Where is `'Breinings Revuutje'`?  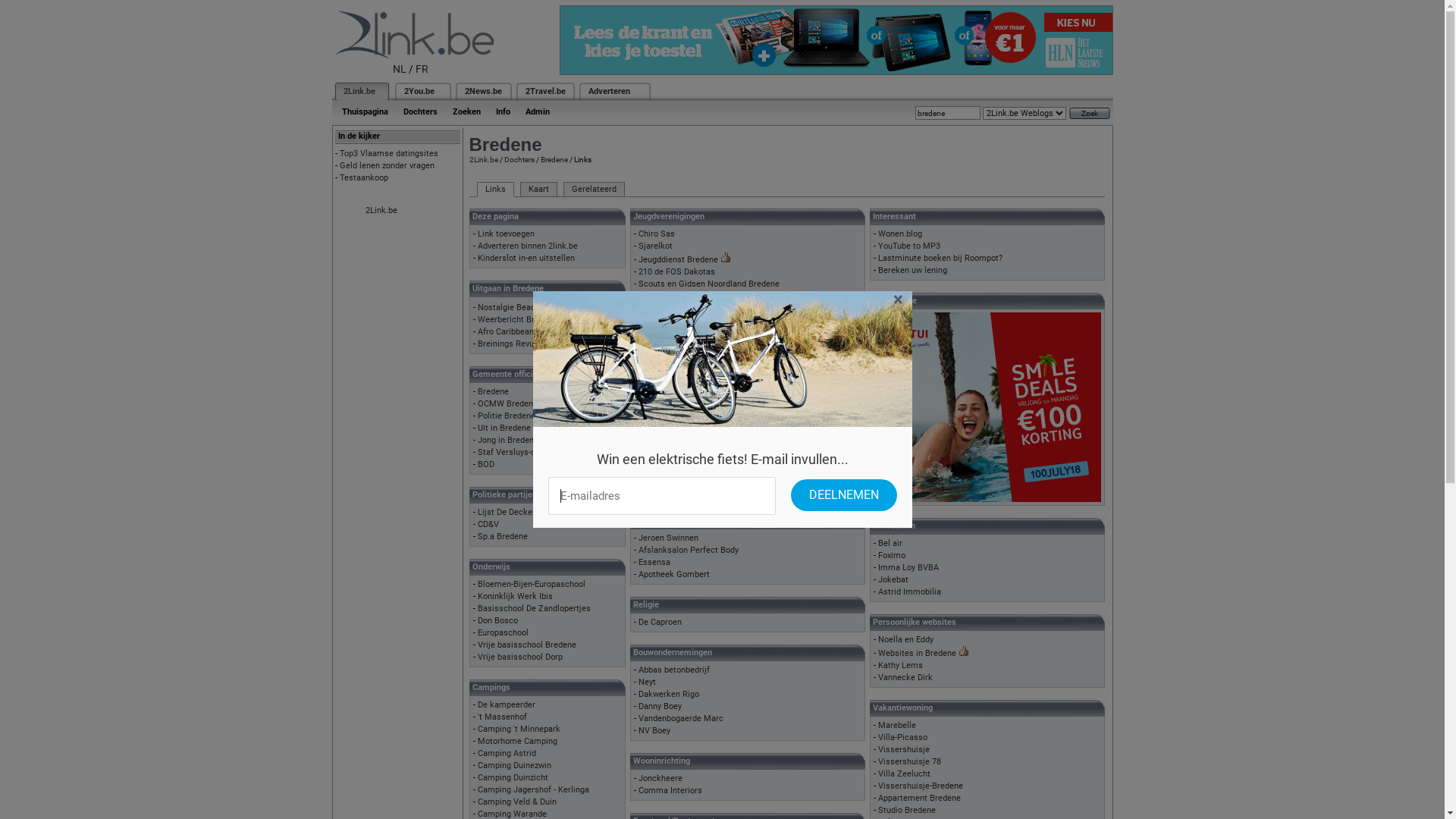 'Breinings Revuutje' is located at coordinates (513, 344).